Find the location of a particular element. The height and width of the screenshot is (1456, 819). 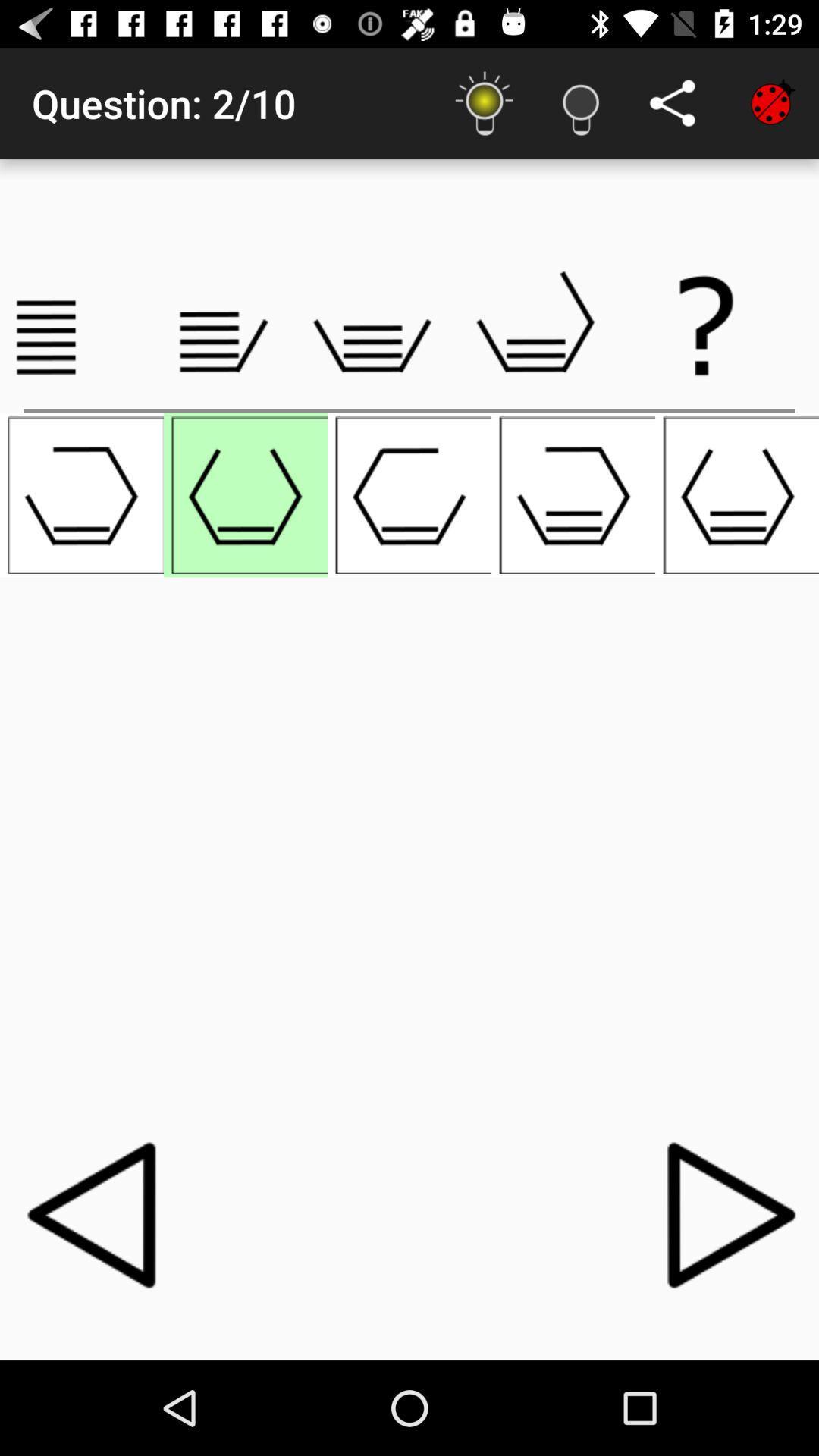

item to the right of question: 2/10 app is located at coordinates (485, 102).